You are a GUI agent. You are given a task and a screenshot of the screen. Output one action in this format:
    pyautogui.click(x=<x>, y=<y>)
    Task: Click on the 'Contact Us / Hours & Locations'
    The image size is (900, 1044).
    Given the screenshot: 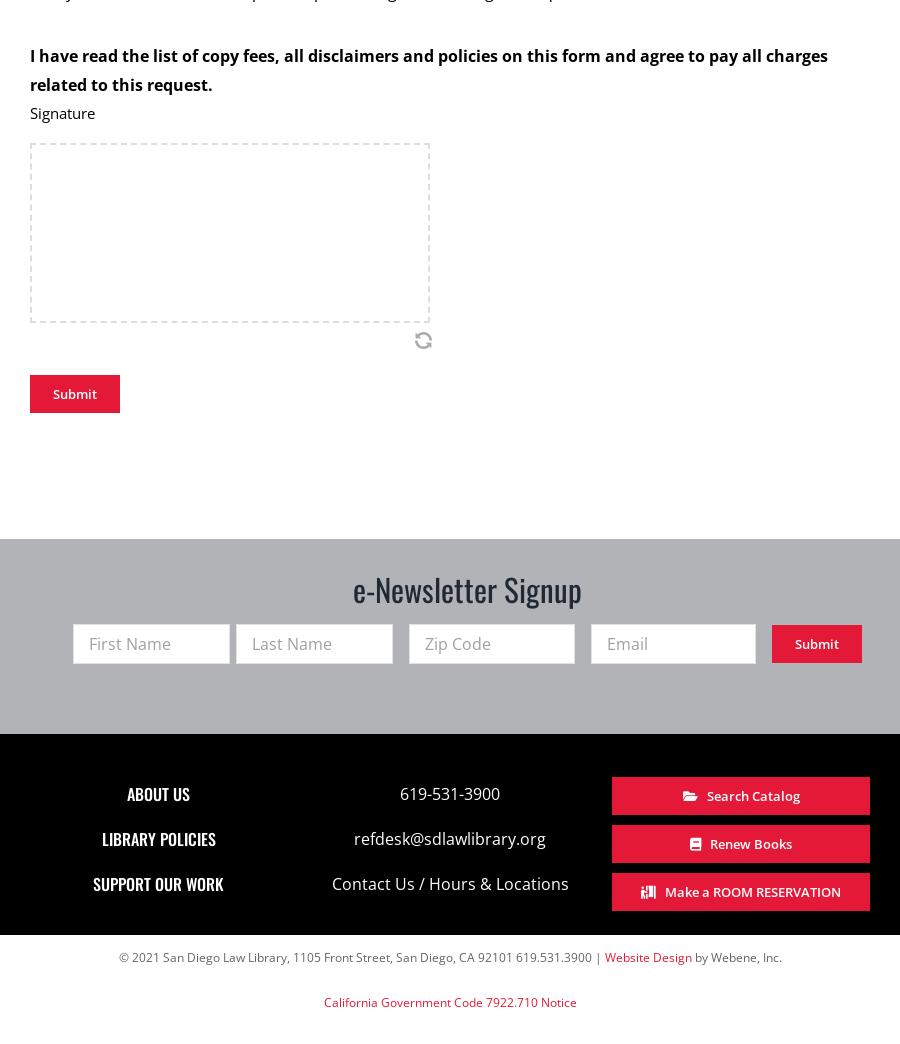 What is the action you would take?
    pyautogui.click(x=449, y=883)
    